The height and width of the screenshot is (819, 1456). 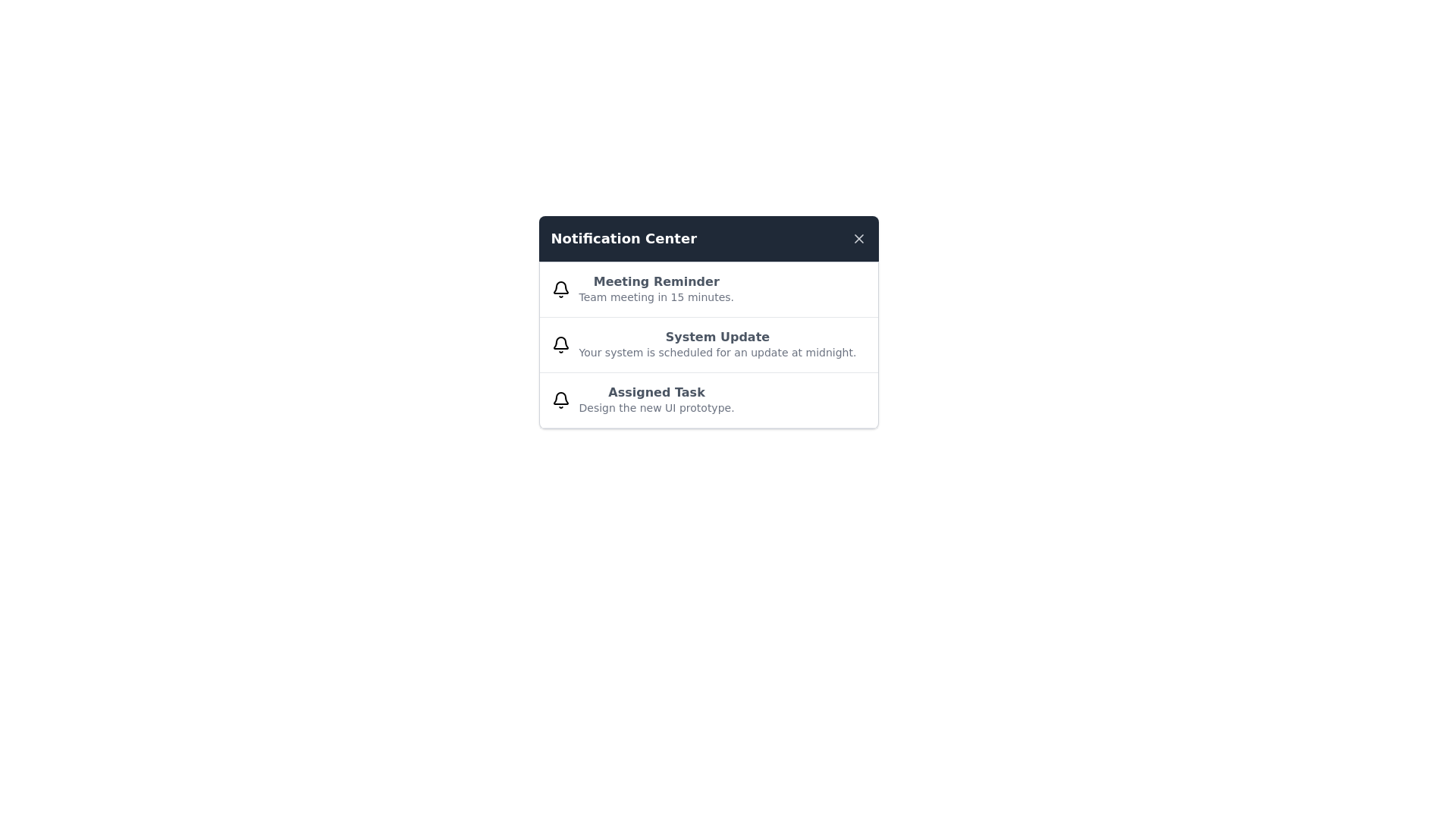 What do you see at coordinates (623, 239) in the screenshot?
I see `the 'Notification Center' text label, which is a bold and prominently displayed header located at the top of the notification popup window` at bounding box center [623, 239].